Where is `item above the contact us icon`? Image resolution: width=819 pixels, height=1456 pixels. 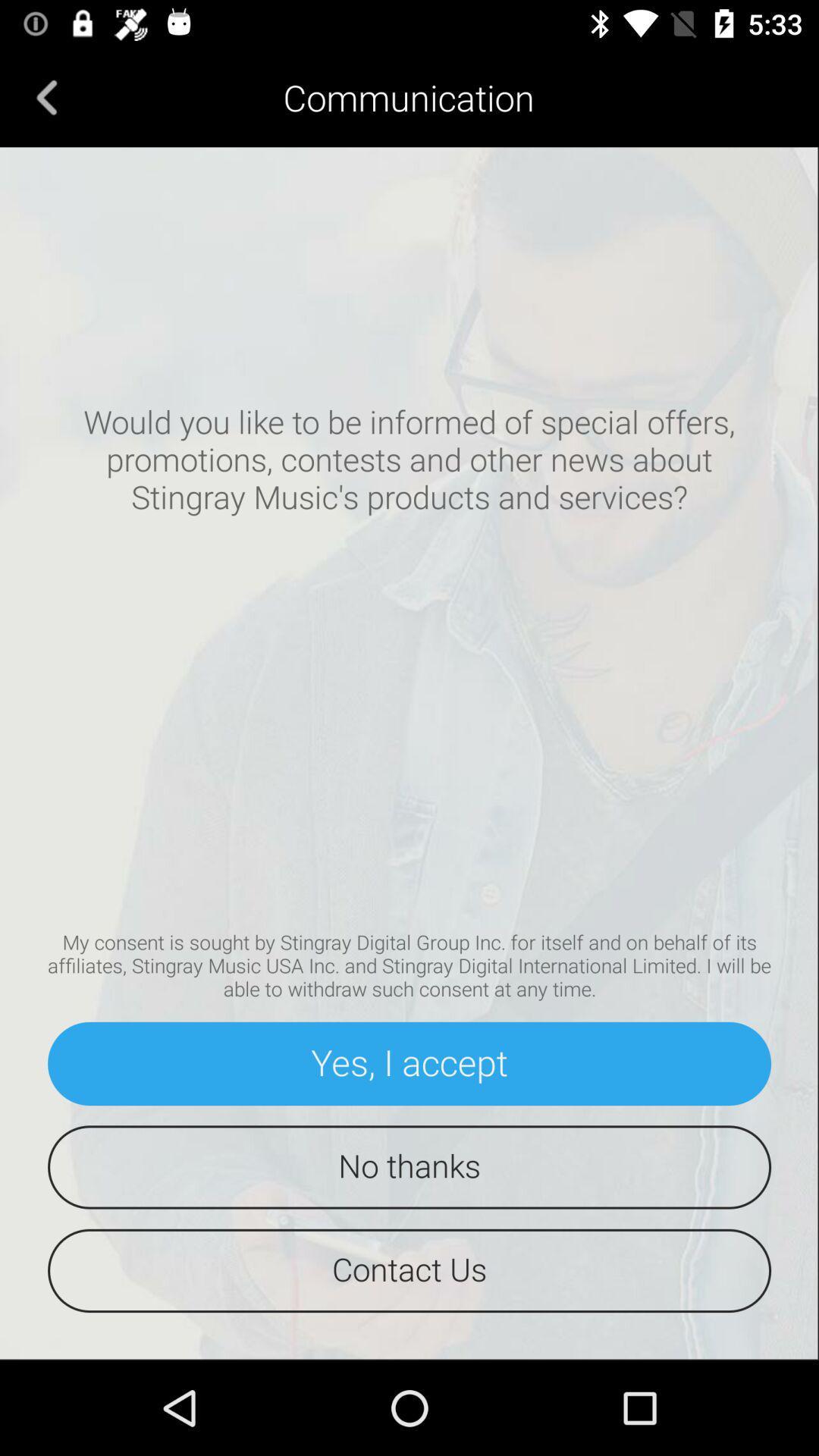 item above the contact us icon is located at coordinates (409, 1166).